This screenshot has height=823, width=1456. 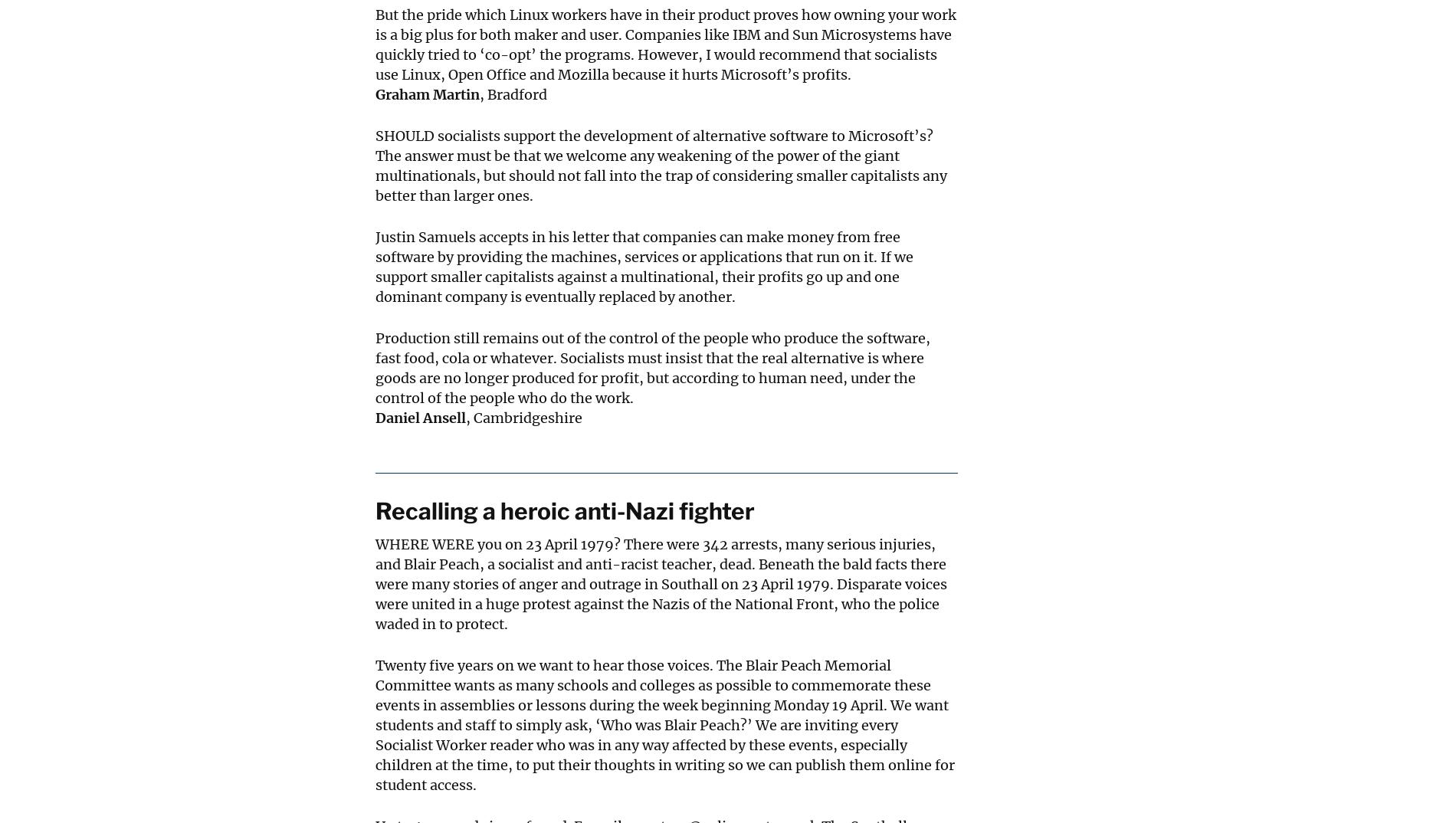 What do you see at coordinates (564, 510) in the screenshot?
I see `'Recalling a heroic anti-Nazi fighter'` at bounding box center [564, 510].